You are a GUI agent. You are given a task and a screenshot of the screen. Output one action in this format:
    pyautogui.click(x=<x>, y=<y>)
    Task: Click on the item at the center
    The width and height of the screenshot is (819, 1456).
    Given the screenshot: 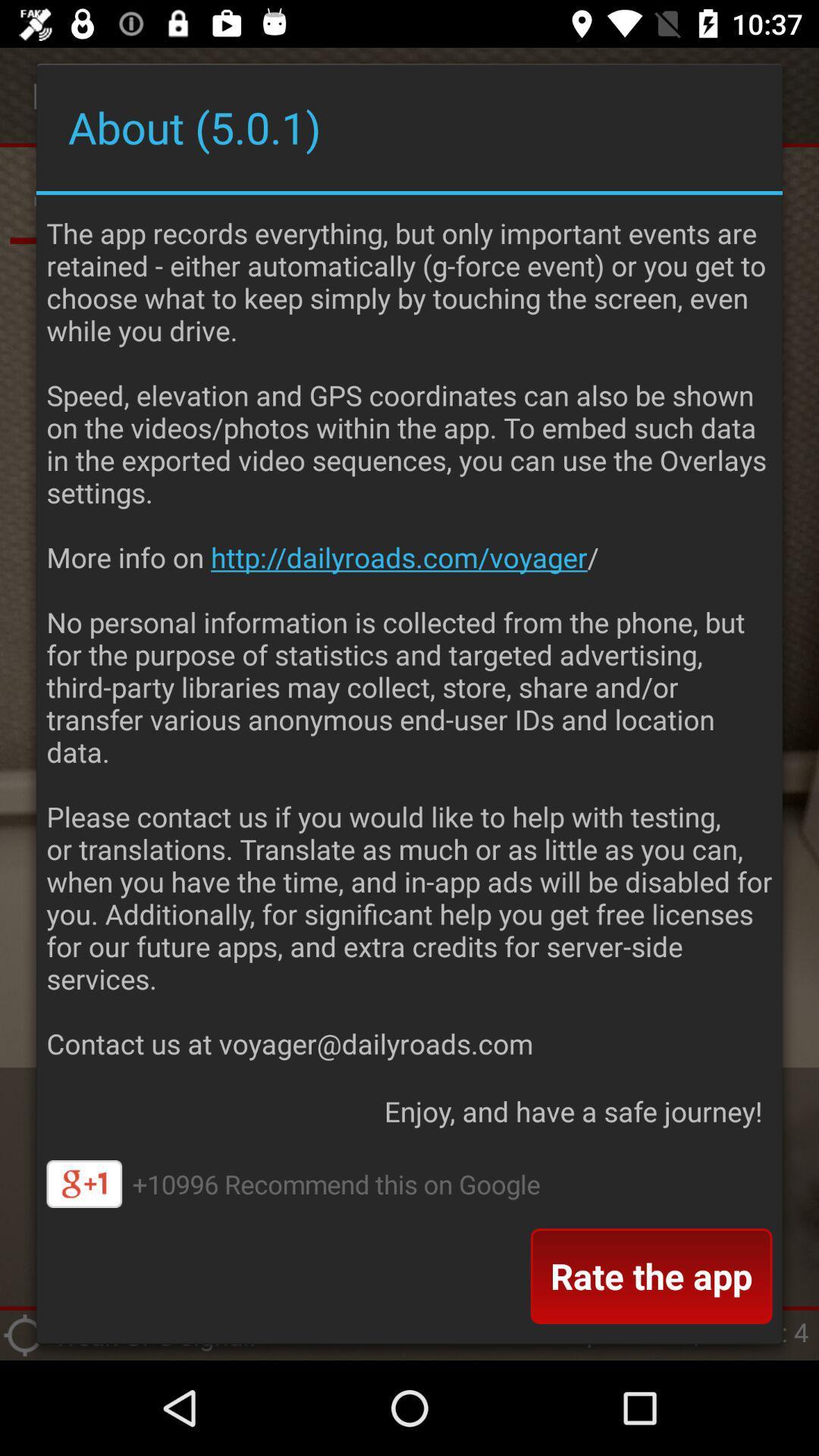 What is the action you would take?
    pyautogui.click(x=409, y=633)
    